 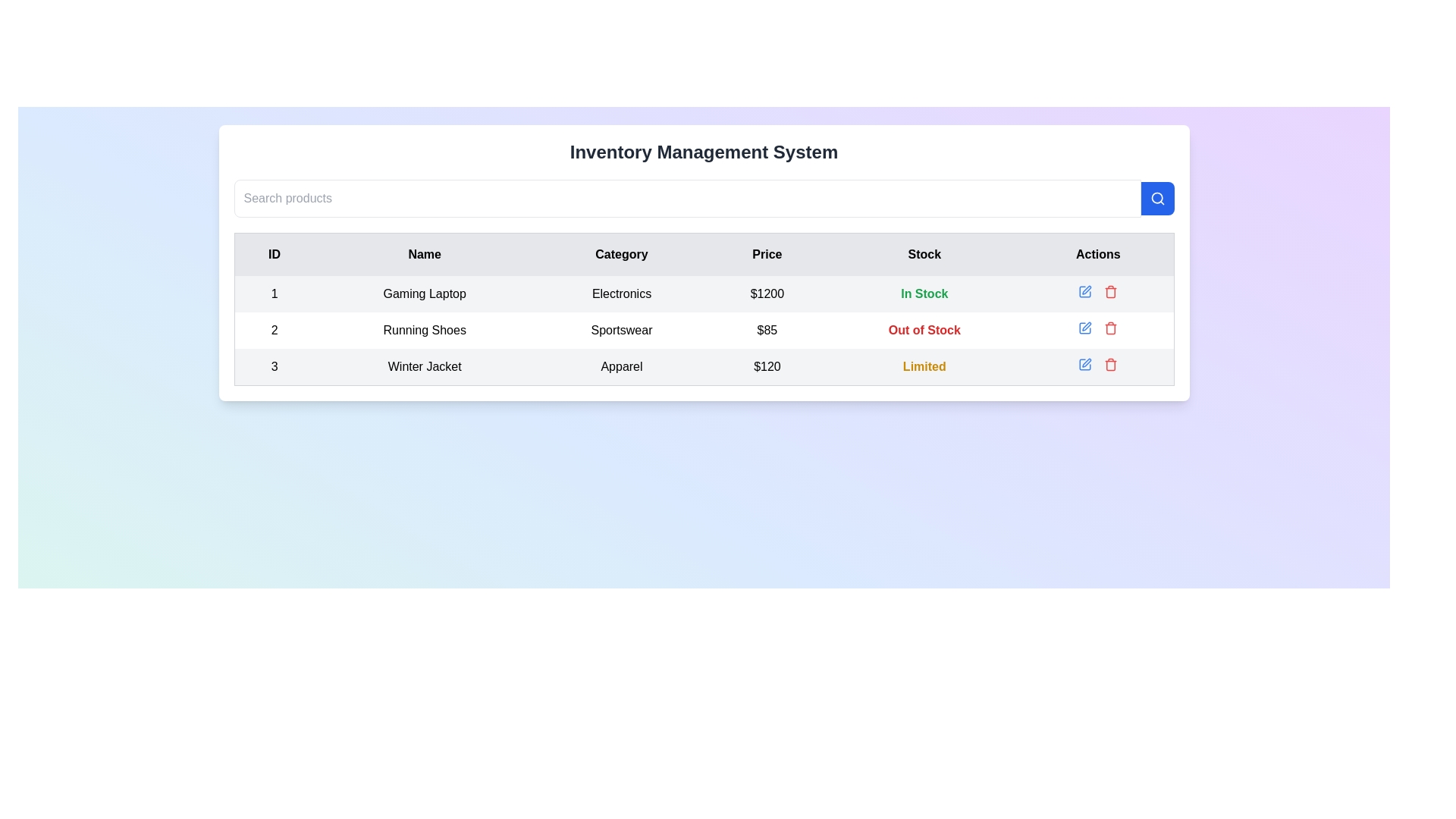 I want to click on the table cell containing the text 'Electronics' in the third column labeled 'Category' of the first row, corresponding to the 'Gaming Laptop' entry, so click(x=622, y=294).